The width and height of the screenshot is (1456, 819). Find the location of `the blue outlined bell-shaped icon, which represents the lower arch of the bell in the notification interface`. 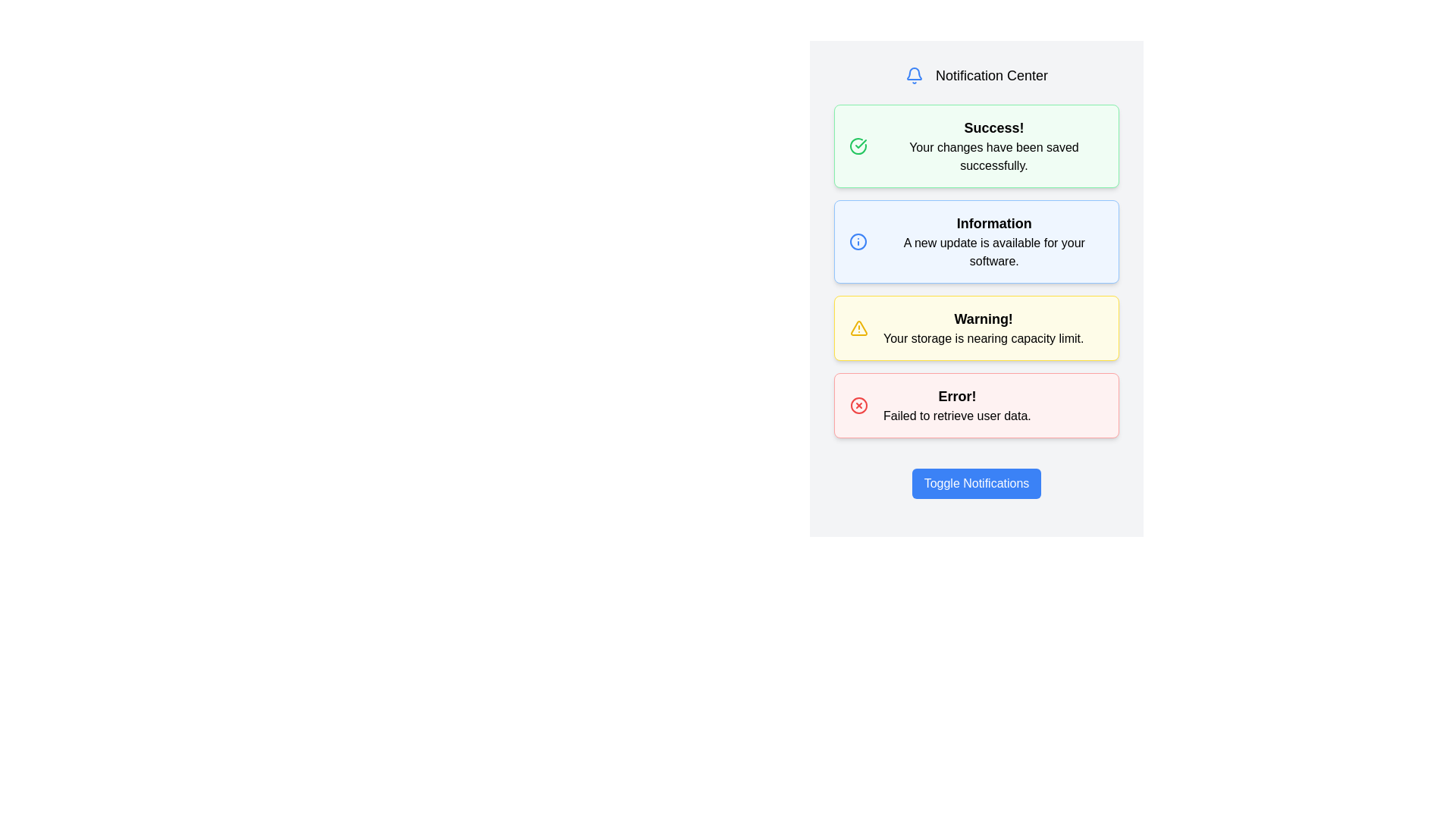

the blue outlined bell-shaped icon, which represents the lower arch of the bell in the notification interface is located at coordinates (913, 74).